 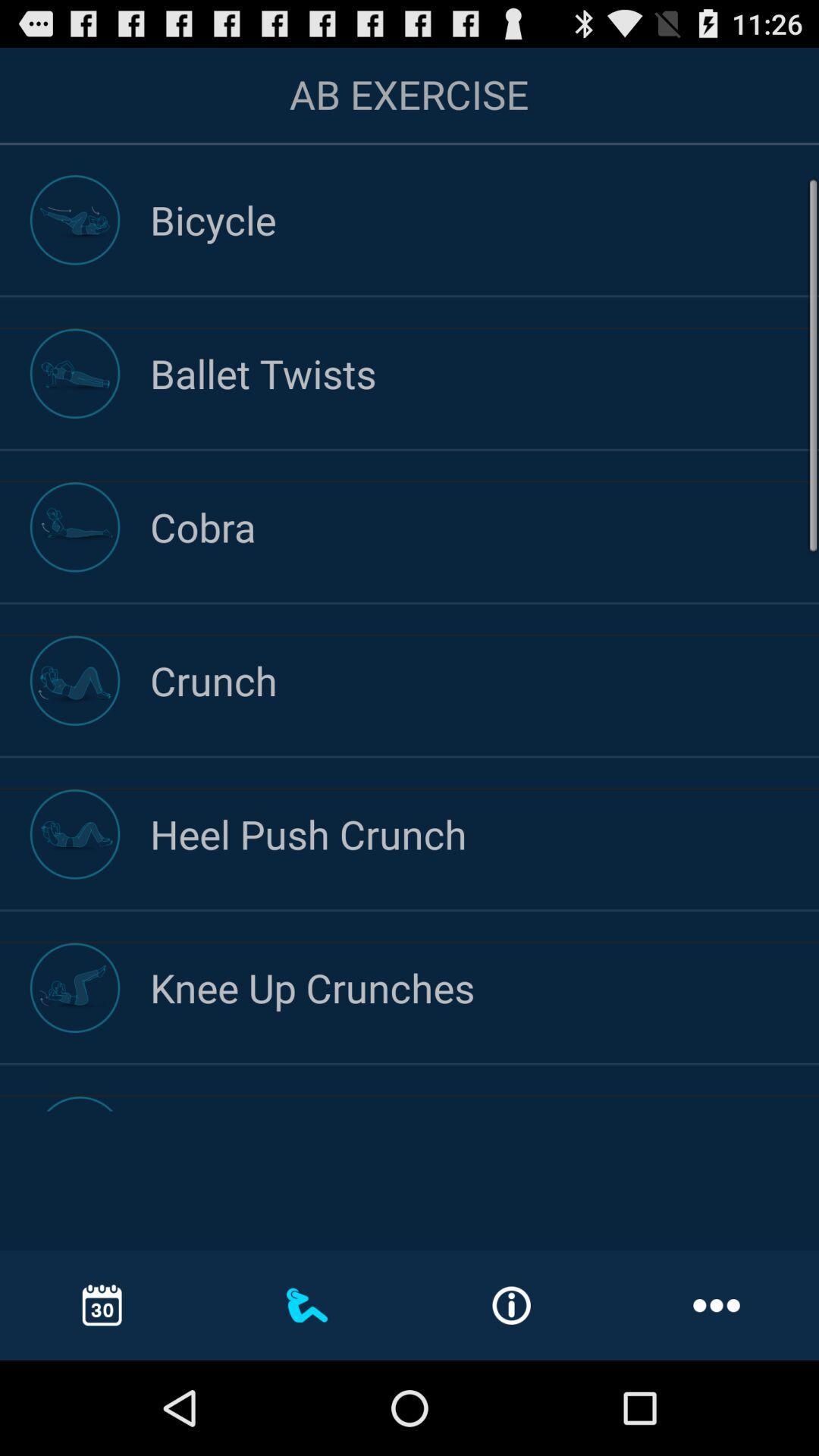 What do you see at coordinates (512, 1305) in the screenshot?
I see `info button which is beside three horizontal dots at the bottom of the page` at bounding box center [512, 1305].